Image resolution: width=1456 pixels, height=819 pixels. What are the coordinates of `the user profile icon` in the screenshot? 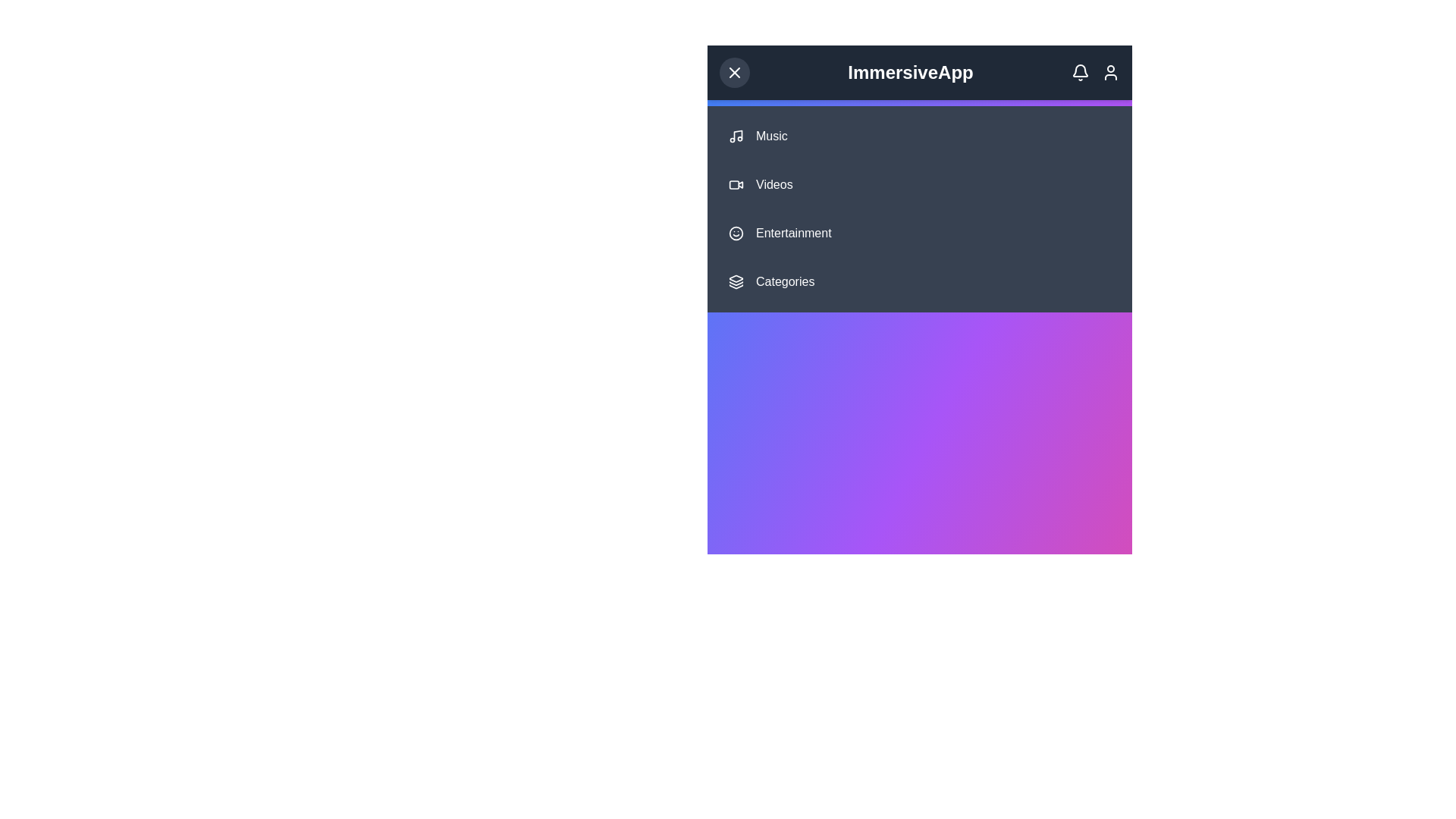 It's located at (1110, 73).